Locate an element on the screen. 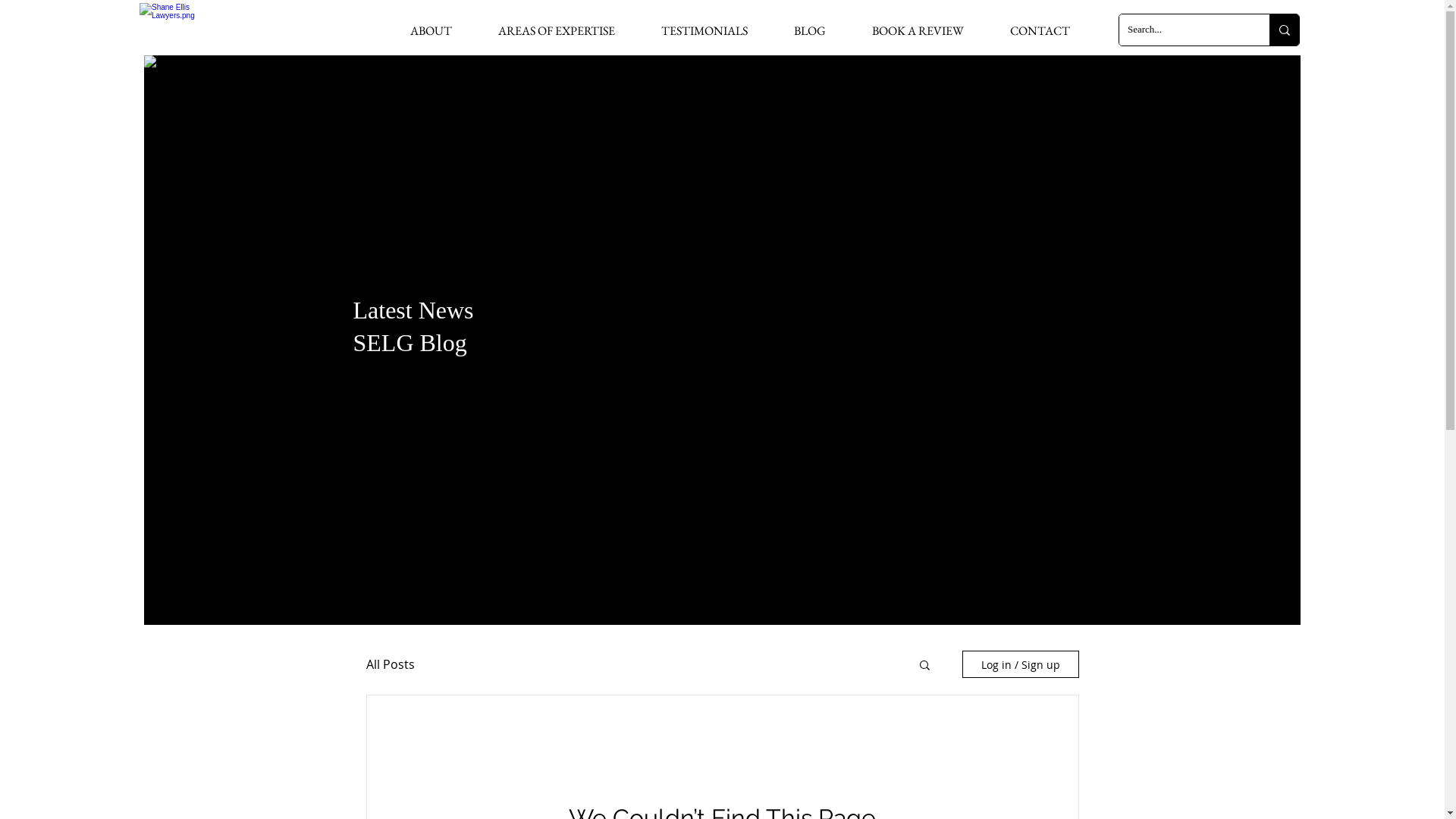 This screenshot has height=819, width=1456. 'CONTACT' is located at coordinates (1039, 30).